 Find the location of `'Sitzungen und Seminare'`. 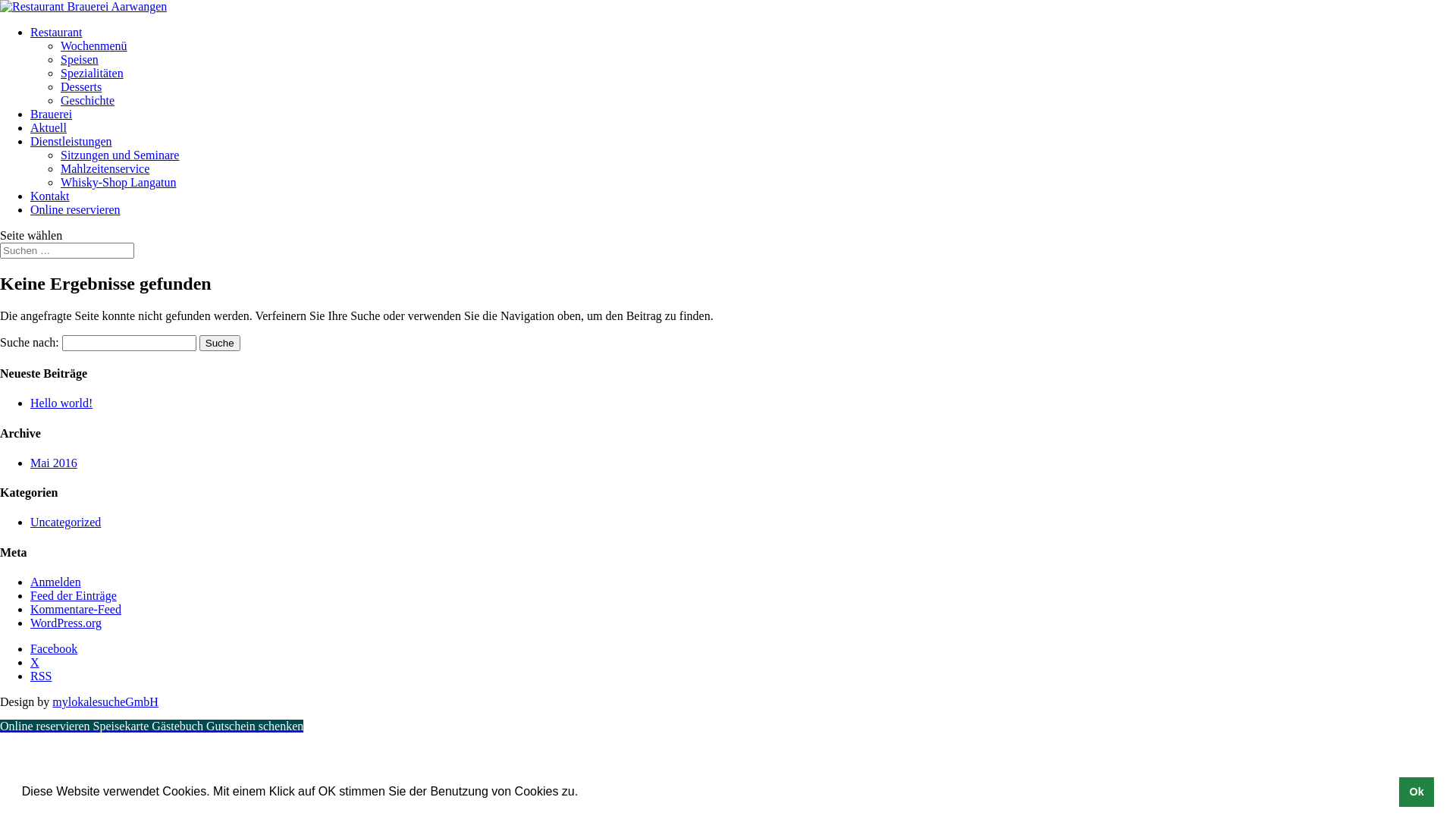

'Sitzungen und Seminare' is located at coordinates (61, 155).